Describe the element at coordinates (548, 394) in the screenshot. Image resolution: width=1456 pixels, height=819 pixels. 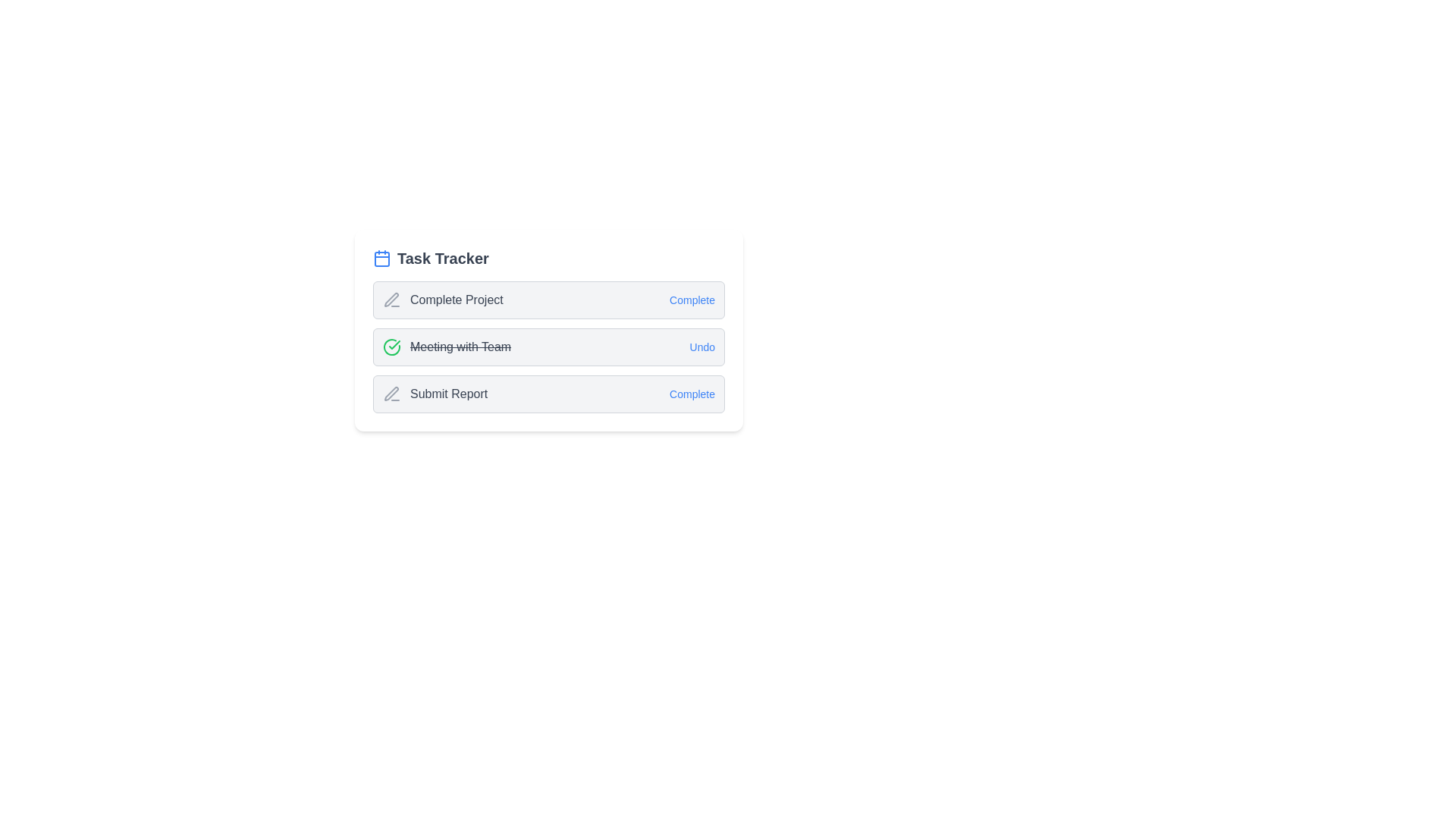
I see `the List item with interactive link labeled 'Complete'` at that location.